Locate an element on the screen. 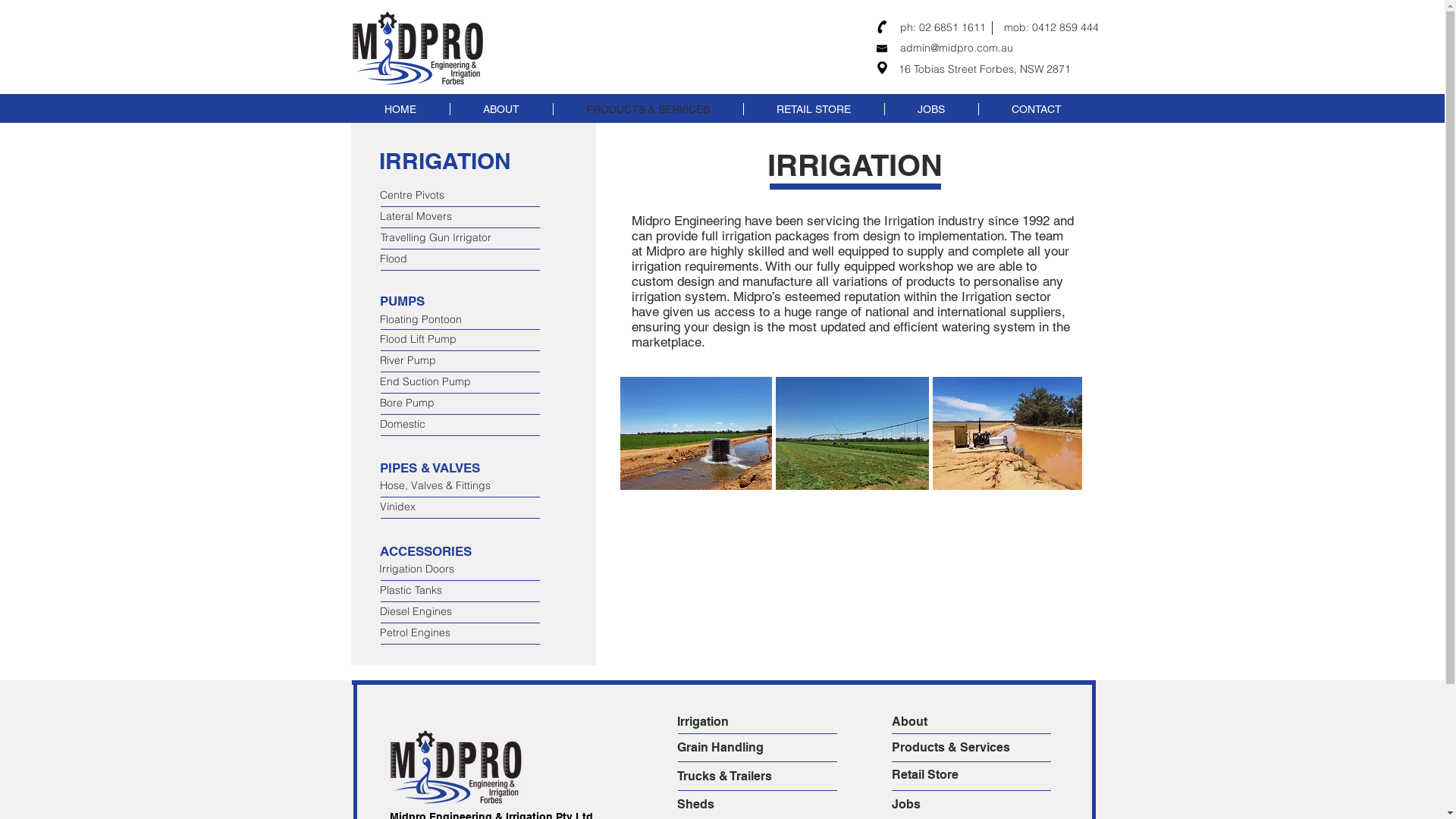  'Domestic' is located at coordinates (432, 425).